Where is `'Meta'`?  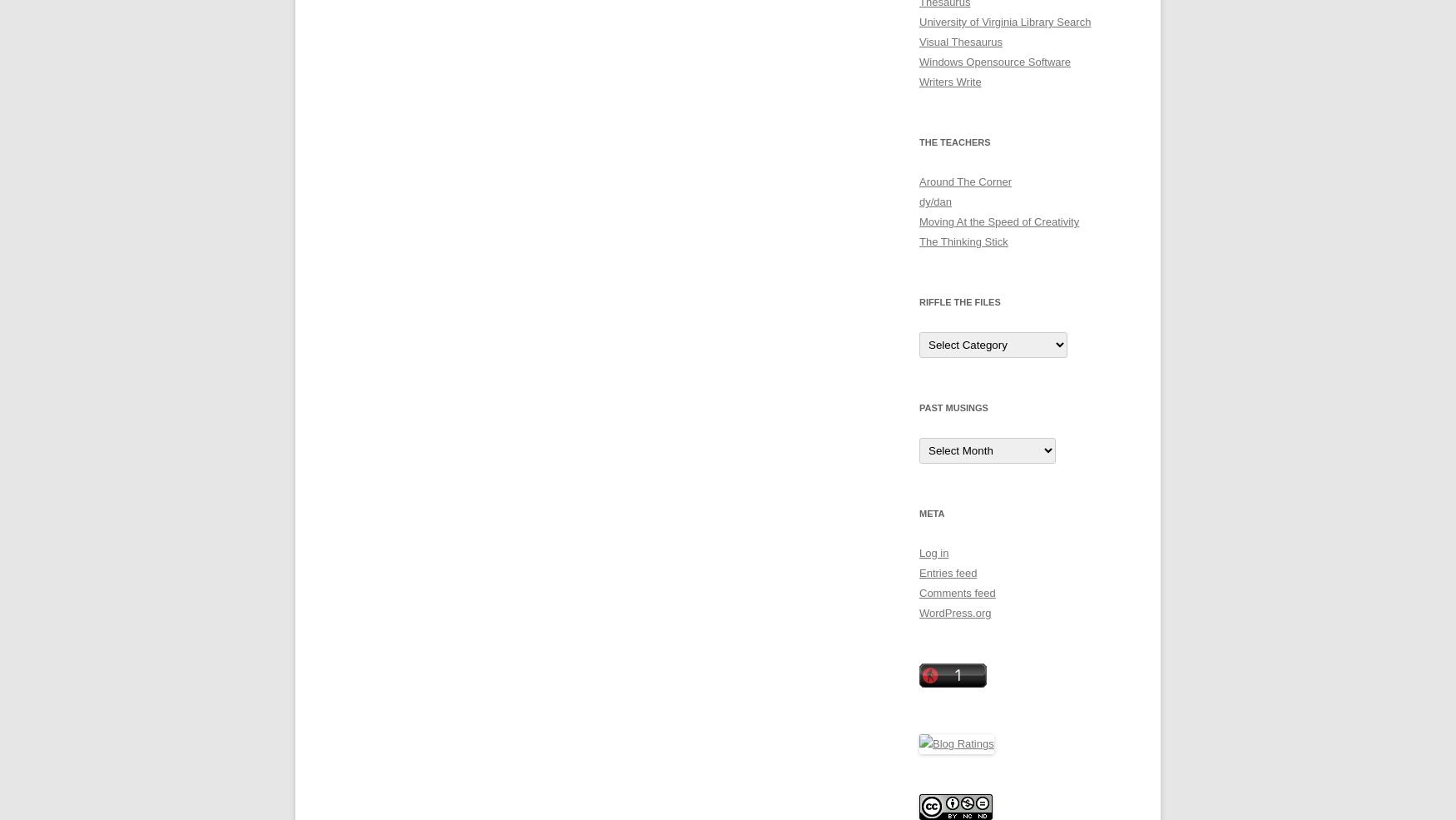 'Meta' is located at coordinates (919, 513).